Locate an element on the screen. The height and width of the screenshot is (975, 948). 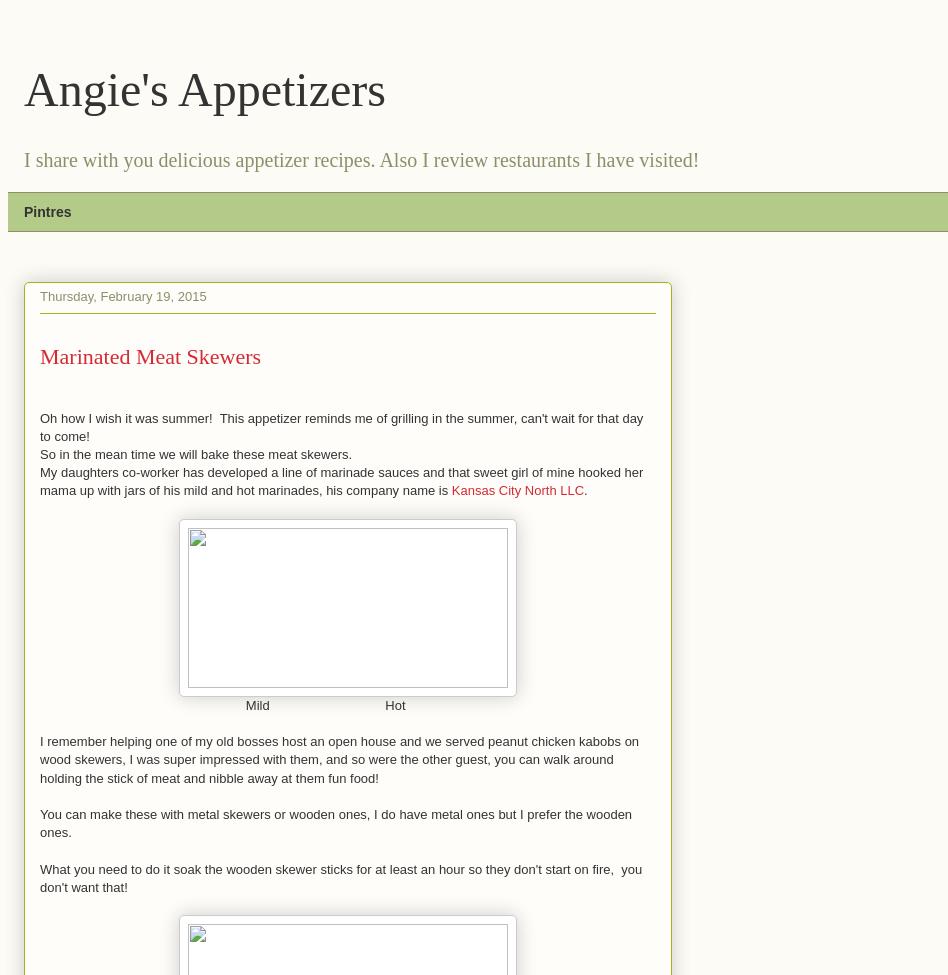
'Oh how I wish it was summer!  This appetizer reminds me of grilling in the summer, can't wait for that day to come!' is located at coordinates (341, 426).